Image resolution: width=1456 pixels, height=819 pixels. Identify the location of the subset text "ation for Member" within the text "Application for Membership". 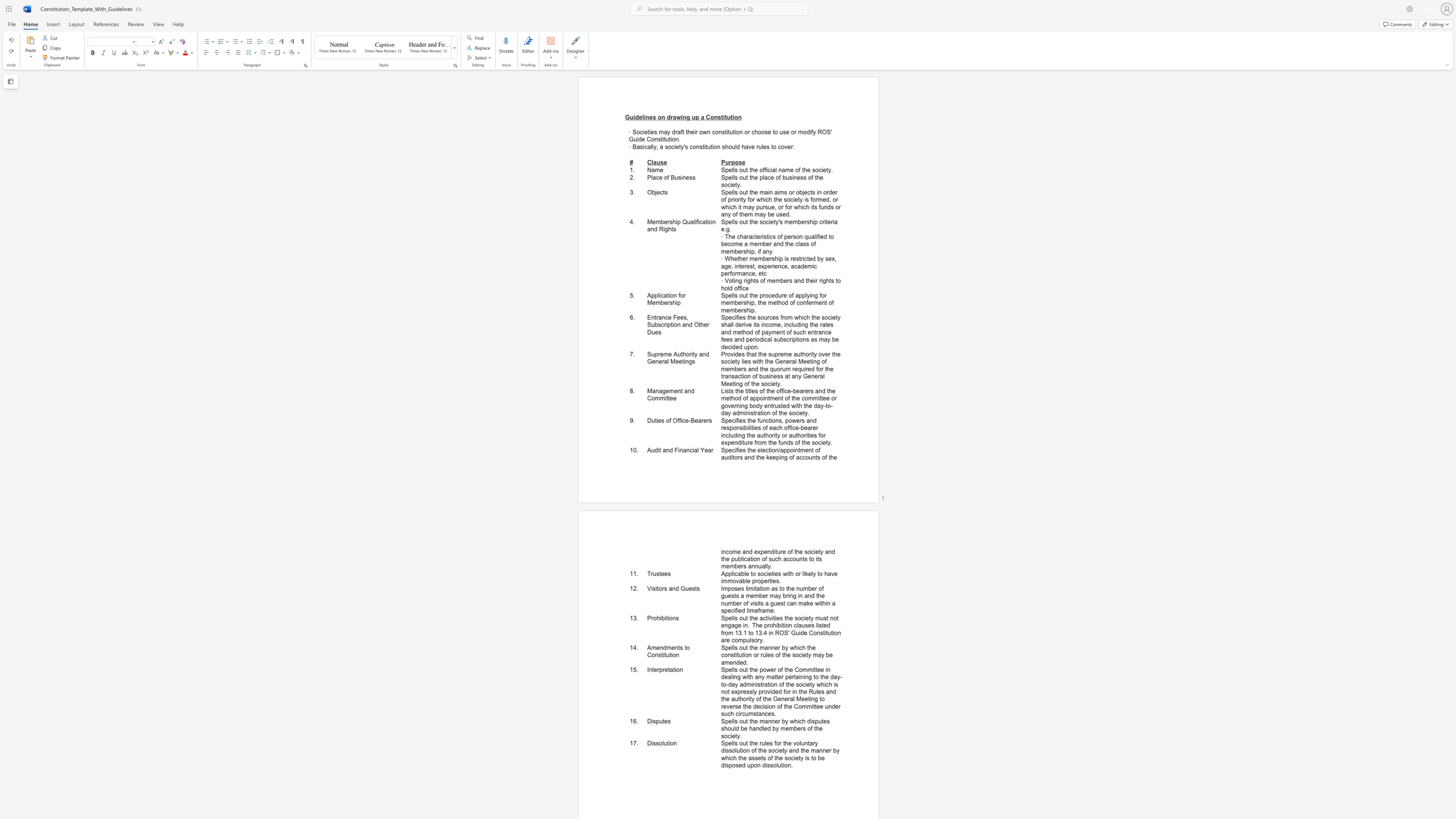
(663, 295).